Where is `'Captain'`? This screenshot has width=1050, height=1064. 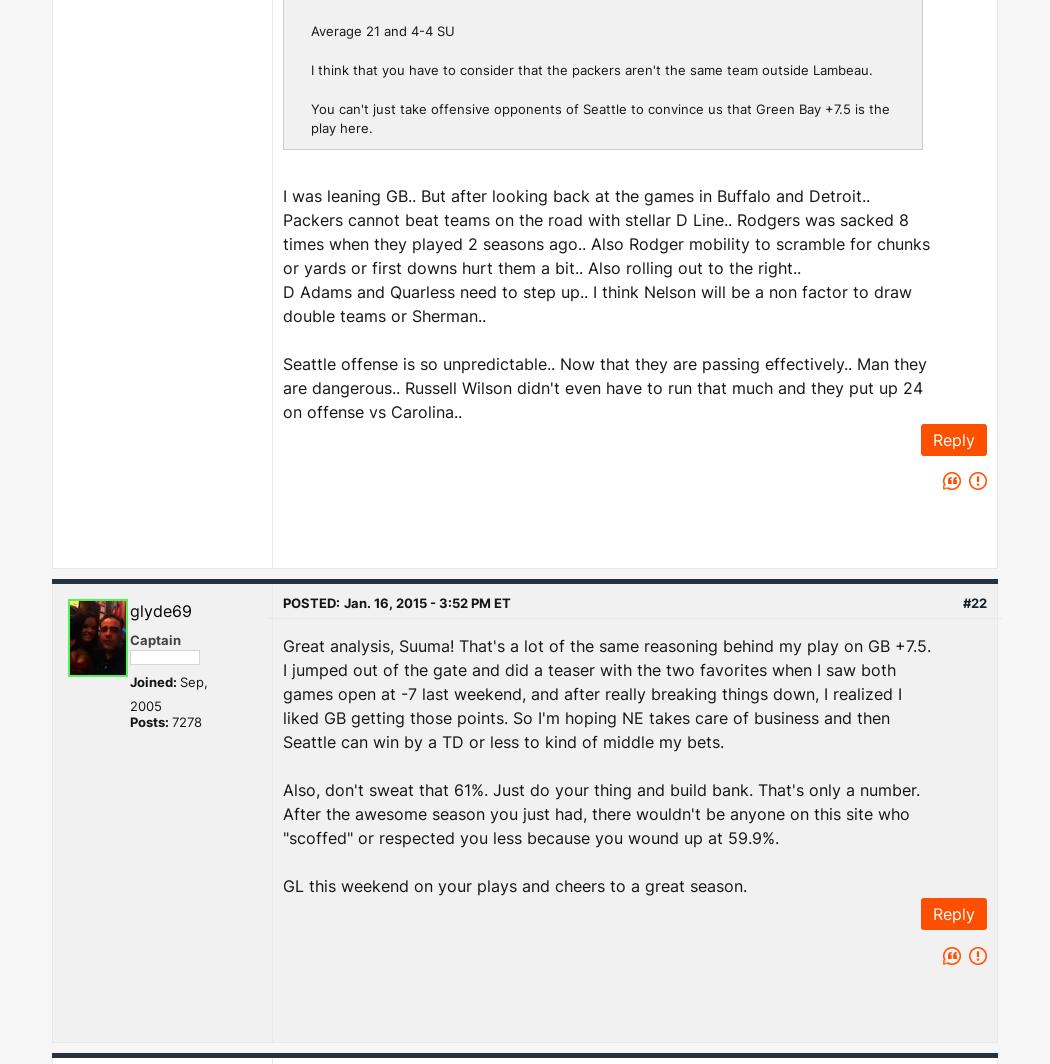
'Captain' is located at coordinates (155, 639).